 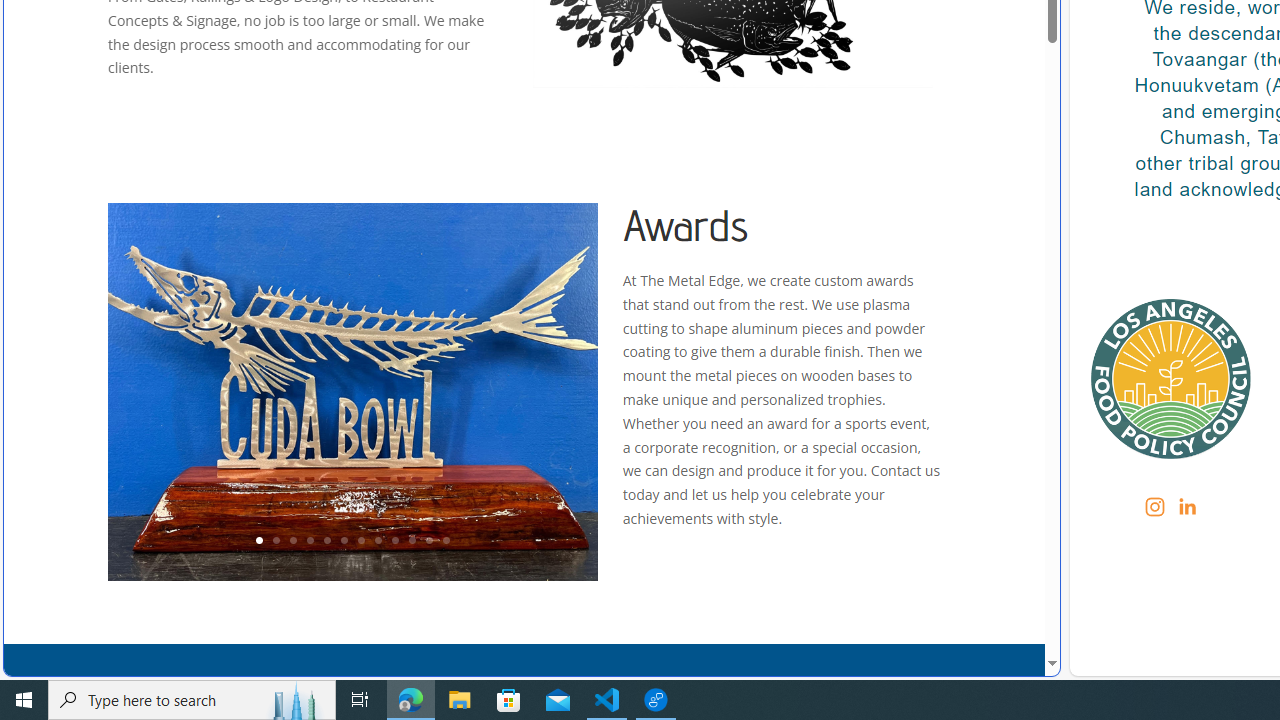 I want to click on '7', so click(x=360, y=541).